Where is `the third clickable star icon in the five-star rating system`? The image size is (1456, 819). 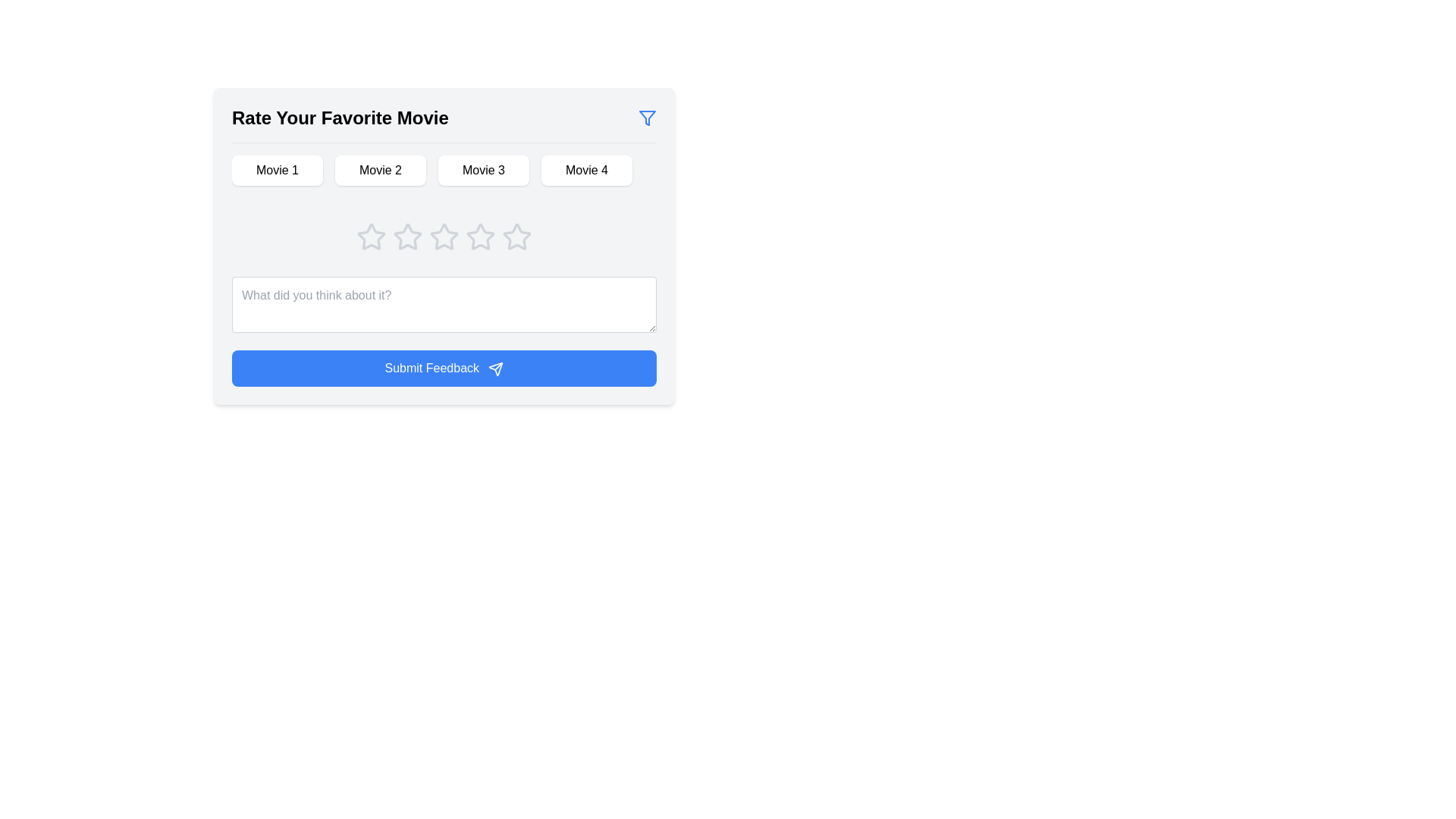 the third clickable star icon in the five-star rating system is located at coordinates (479, 237).